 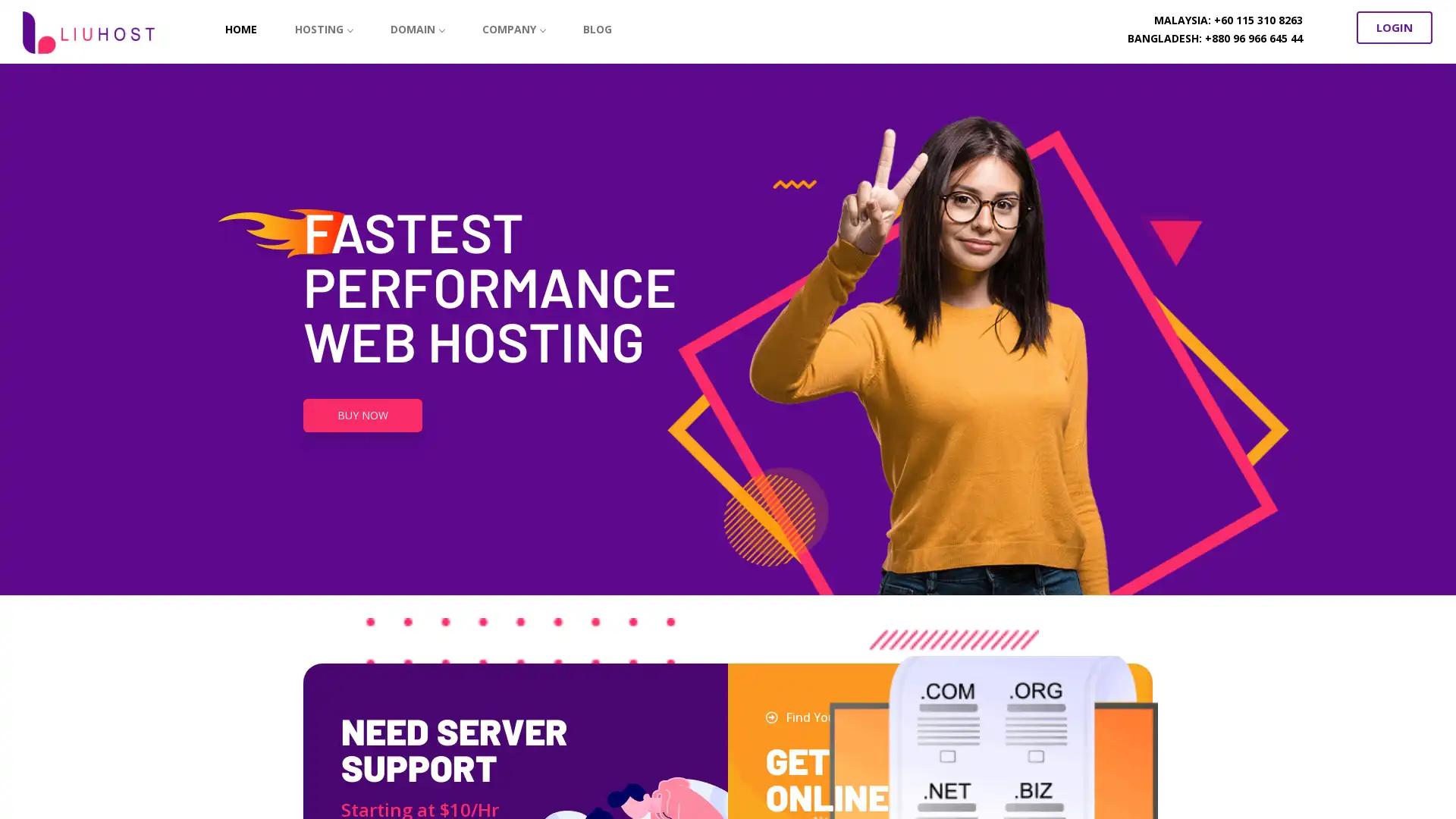 I want to click on BUY NOW, so click(x=362, y=415).